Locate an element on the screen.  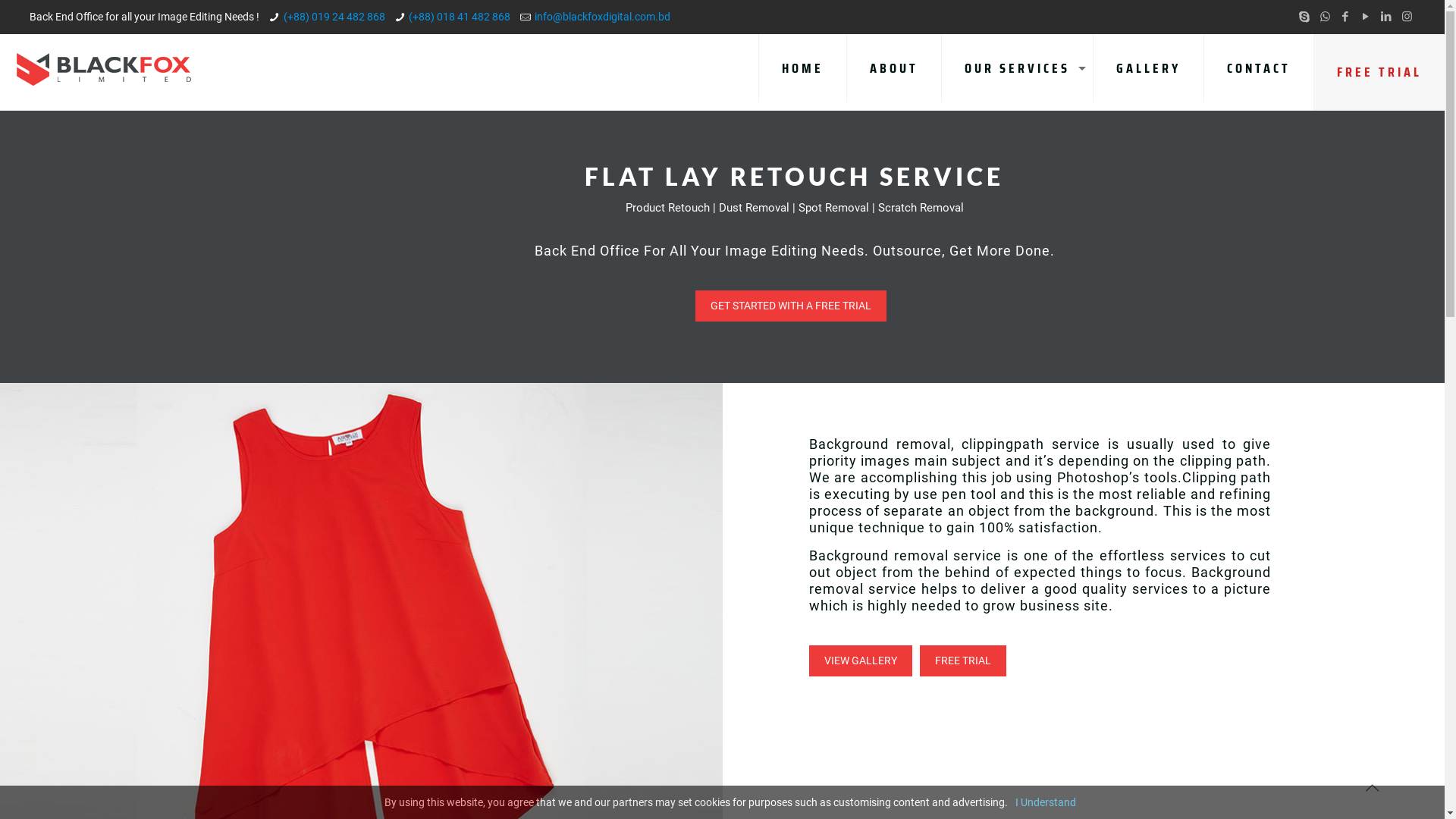
'OUR SERVICES' is located at coordinates (1018, 67).